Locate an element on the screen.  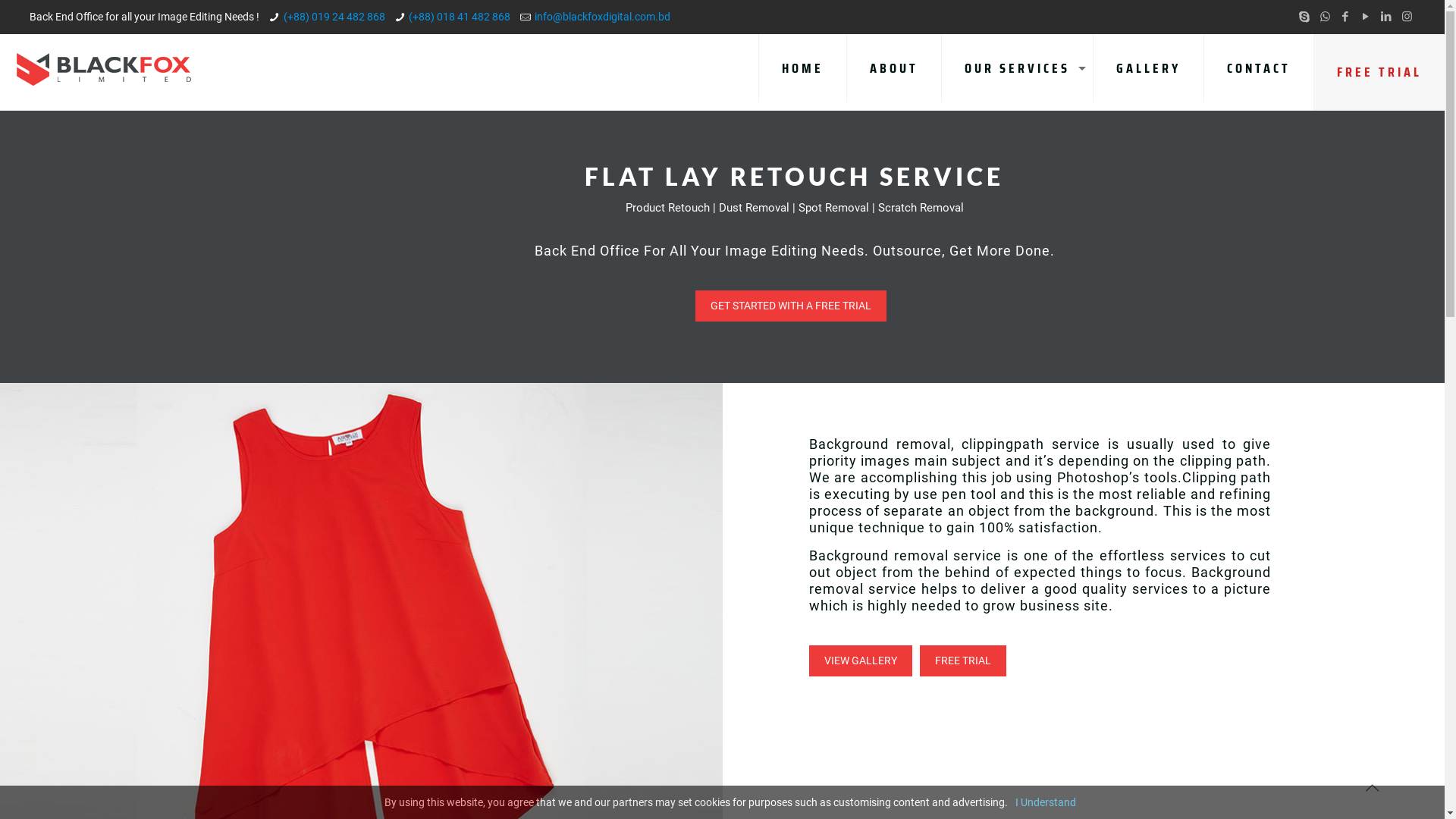
'OUR SERVICES' is located at coordinates (1018, 67).